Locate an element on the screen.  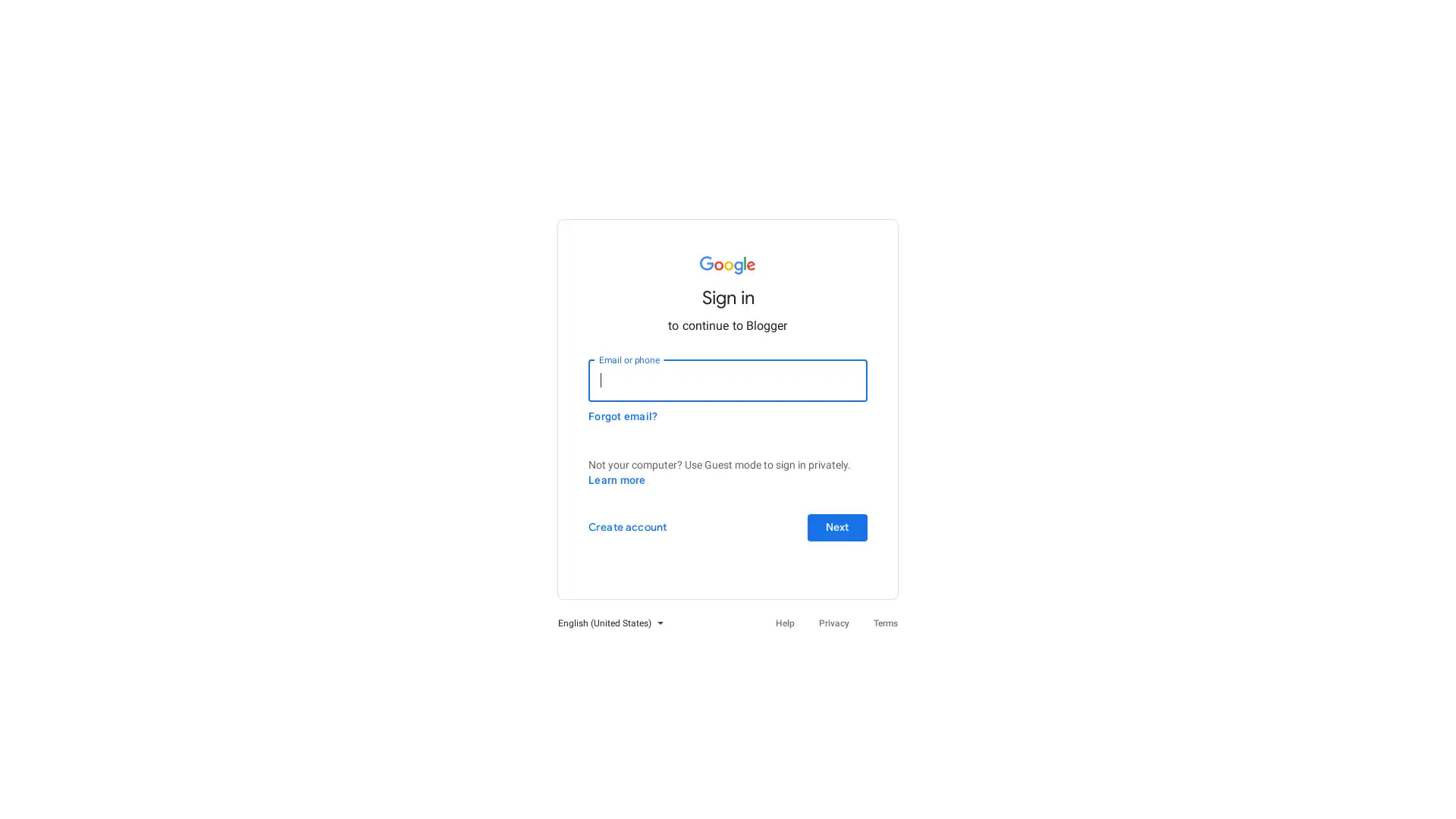
Next is located at coordinates (836, 526).